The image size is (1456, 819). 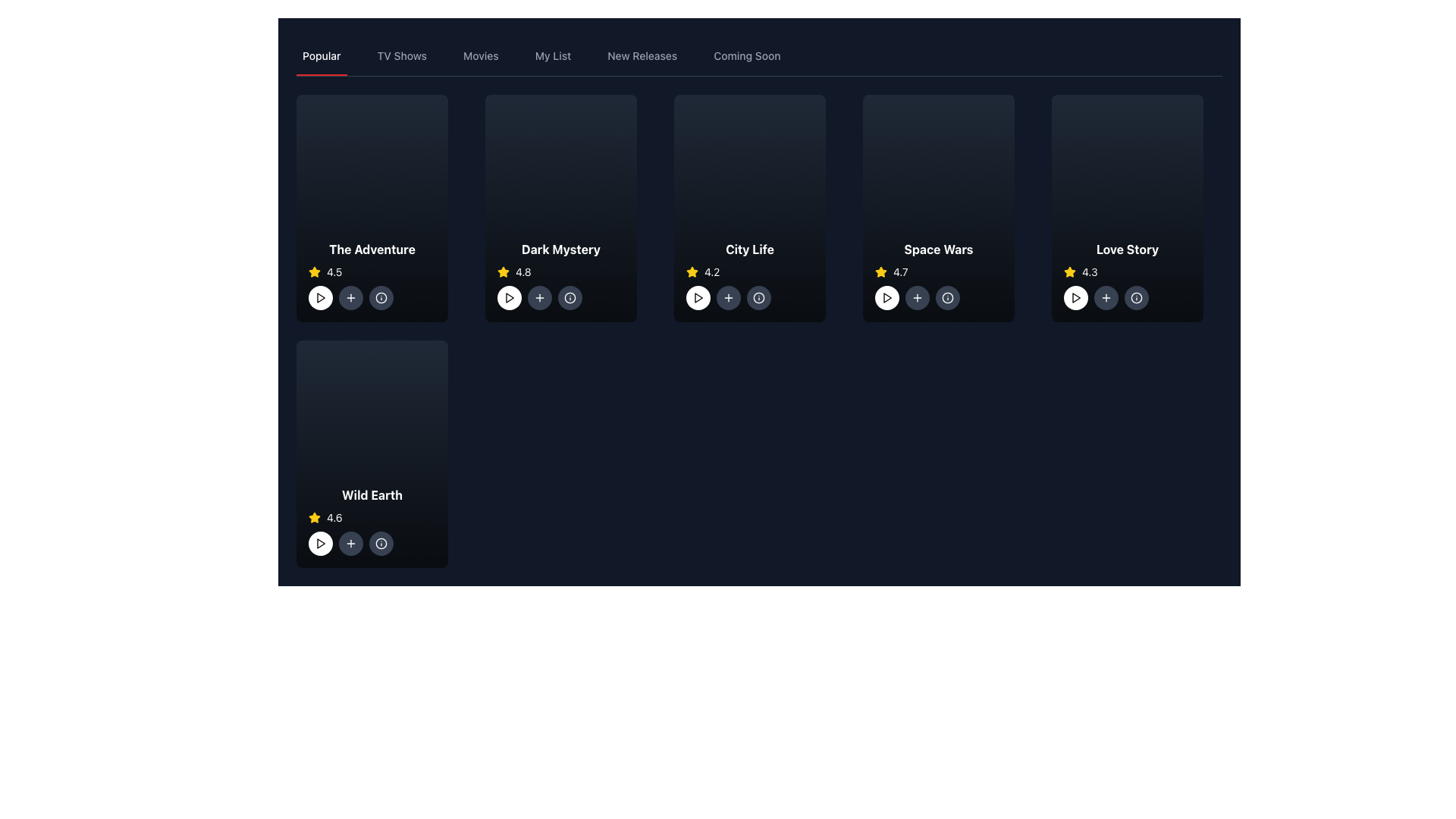 What do you see at coordinates (319, 543) in the screenshot?
I see `the play button located at the lower left of the 'Wild Earth' card` at bounding box center [319, 543].